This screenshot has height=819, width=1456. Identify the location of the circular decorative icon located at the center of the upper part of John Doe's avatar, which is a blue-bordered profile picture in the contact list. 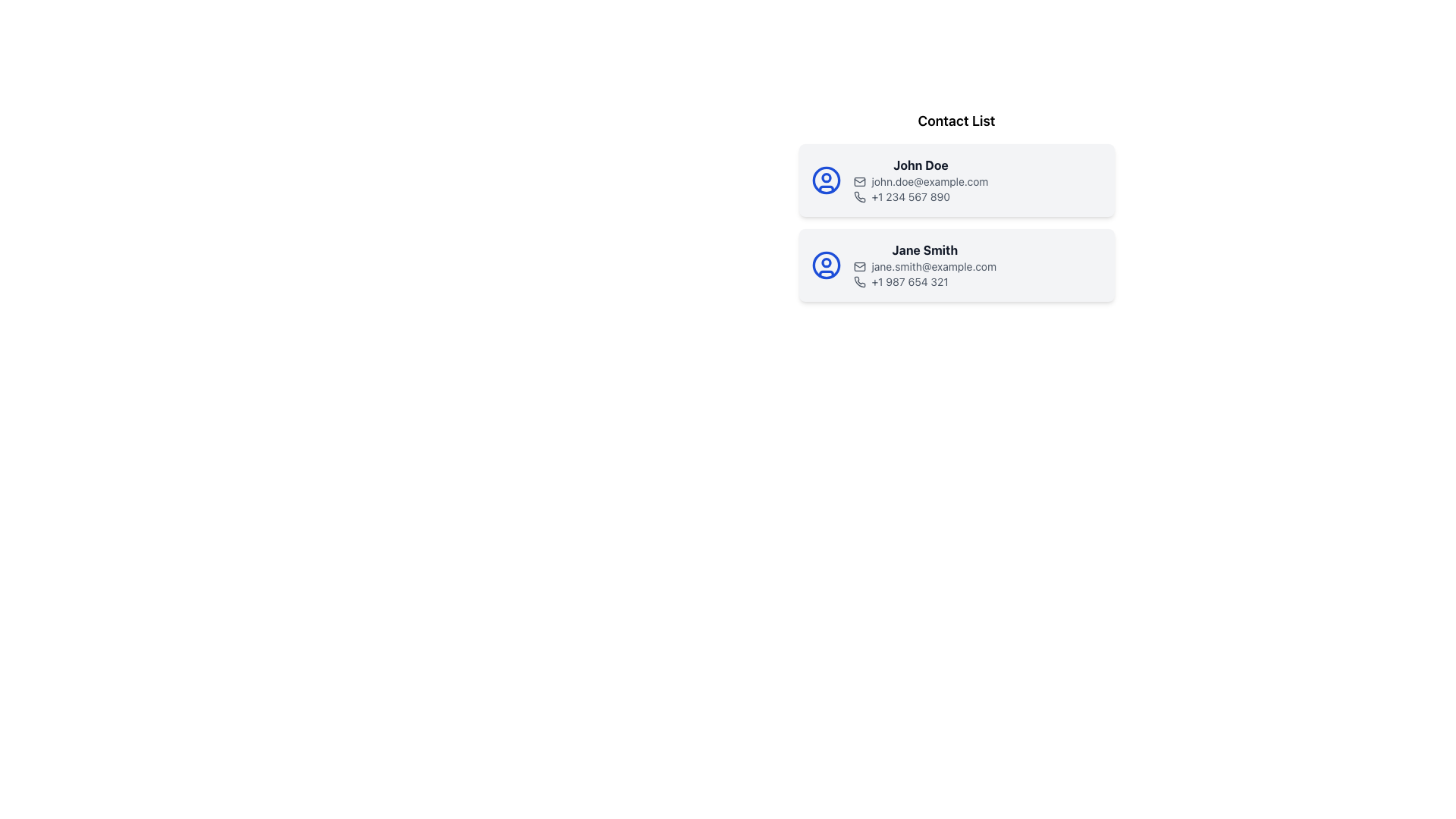
(825, 177).